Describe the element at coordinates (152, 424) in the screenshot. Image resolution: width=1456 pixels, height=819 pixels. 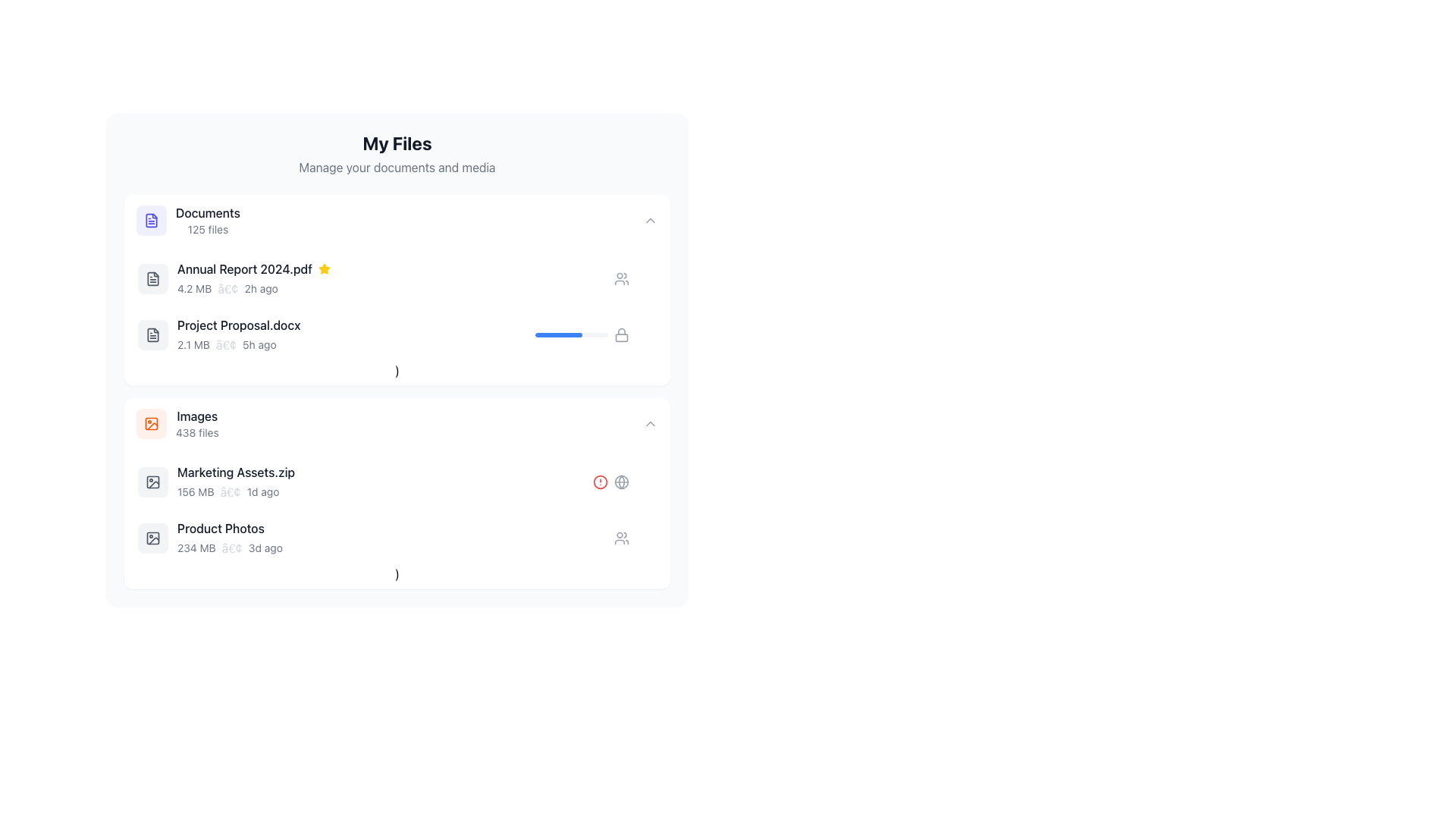
I see `the 'Images' icon located at the leftmost side of the 'Images' section under the 'My Files' list, which represents the folder for image-related files` at that location.